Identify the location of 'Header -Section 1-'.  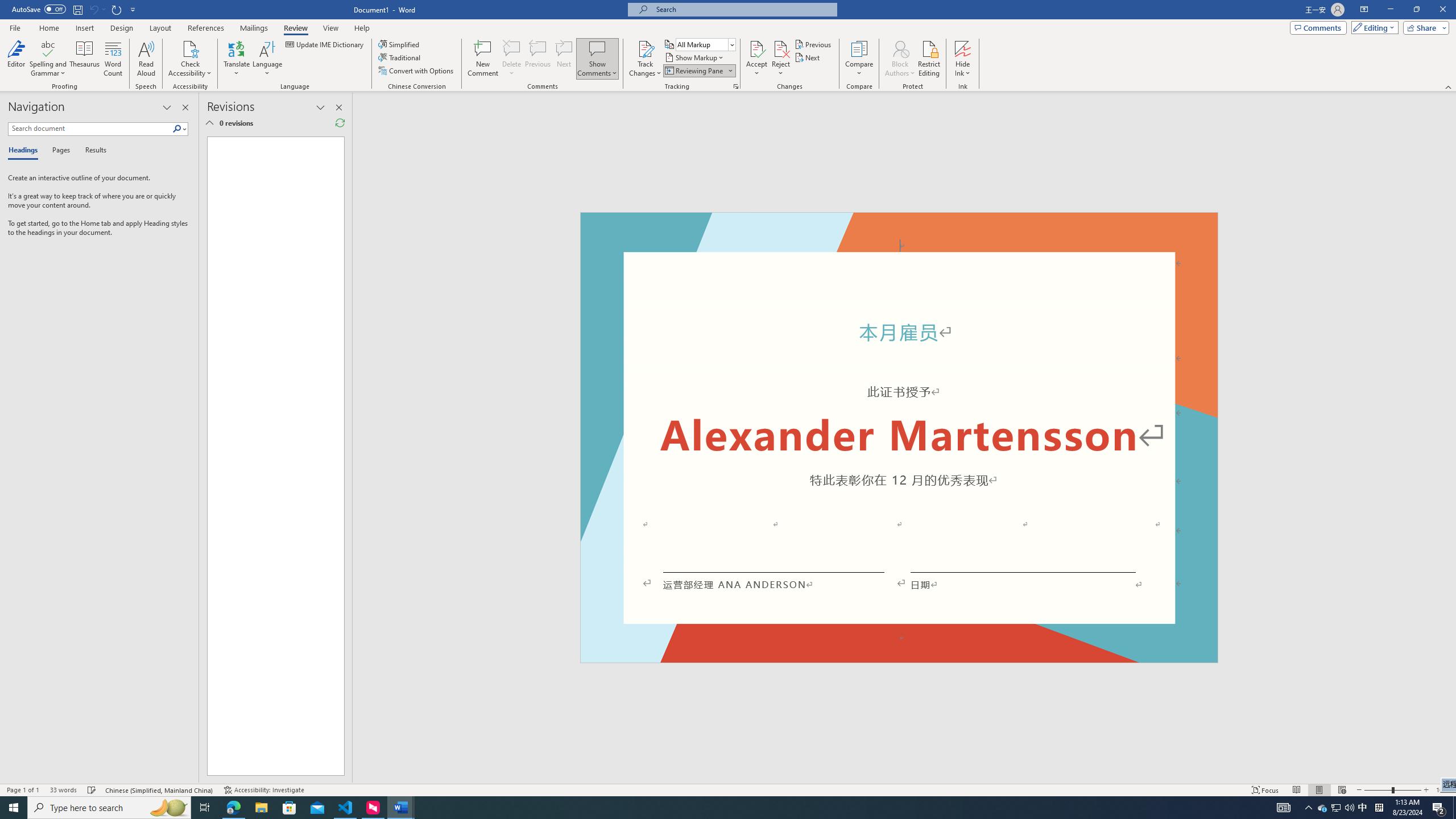
(898, 225).